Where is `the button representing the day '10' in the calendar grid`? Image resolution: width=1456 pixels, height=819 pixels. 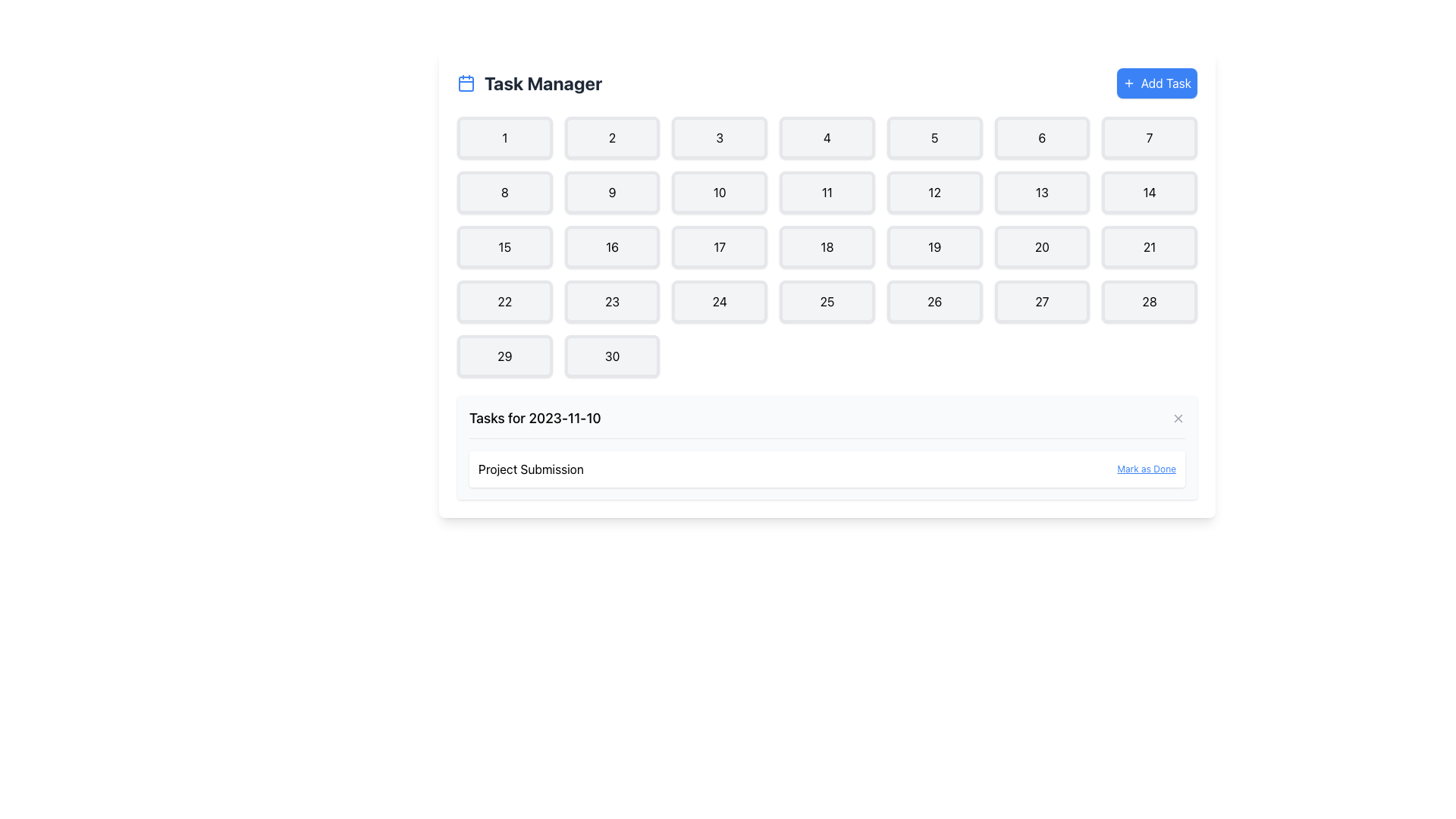 the button representing the day '10' in the calendar grid is located at coordinates (719, 192).